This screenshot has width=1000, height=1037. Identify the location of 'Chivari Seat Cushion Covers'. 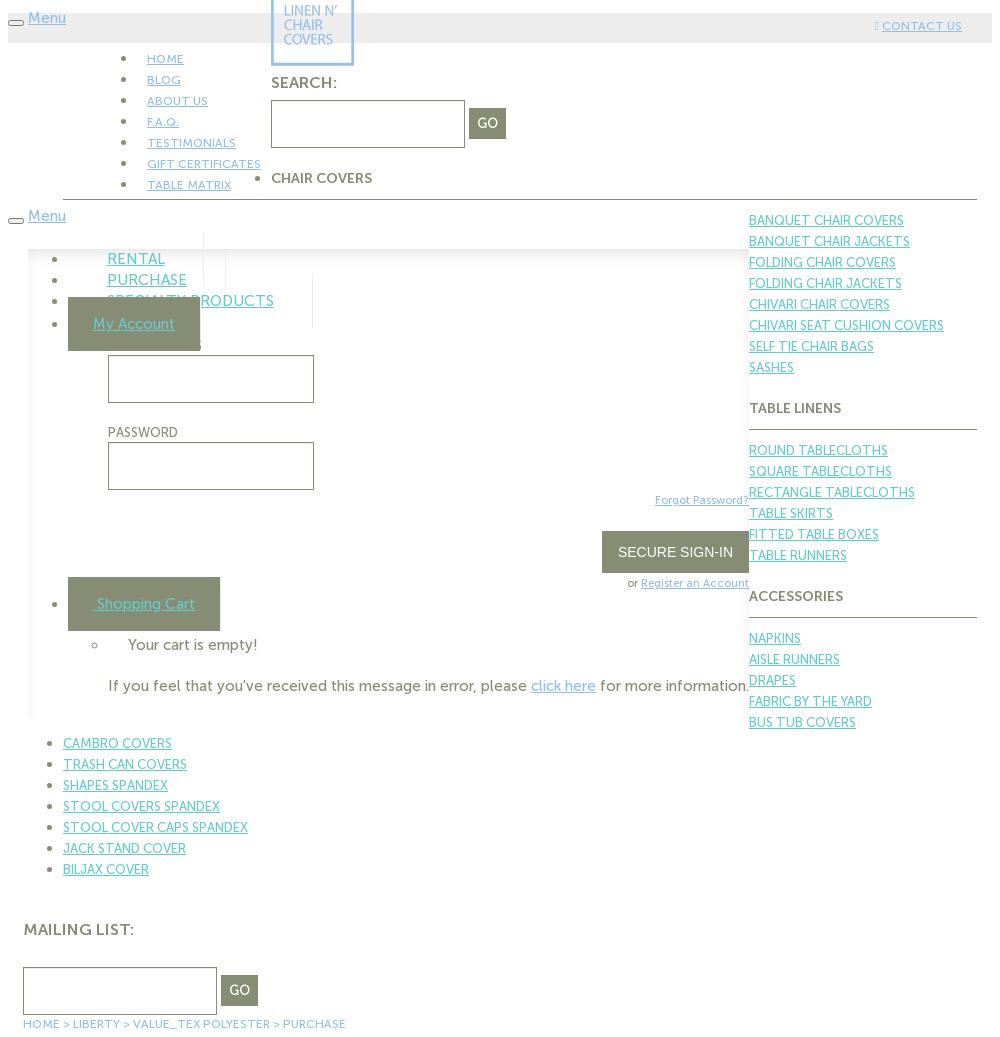
(845, 324).